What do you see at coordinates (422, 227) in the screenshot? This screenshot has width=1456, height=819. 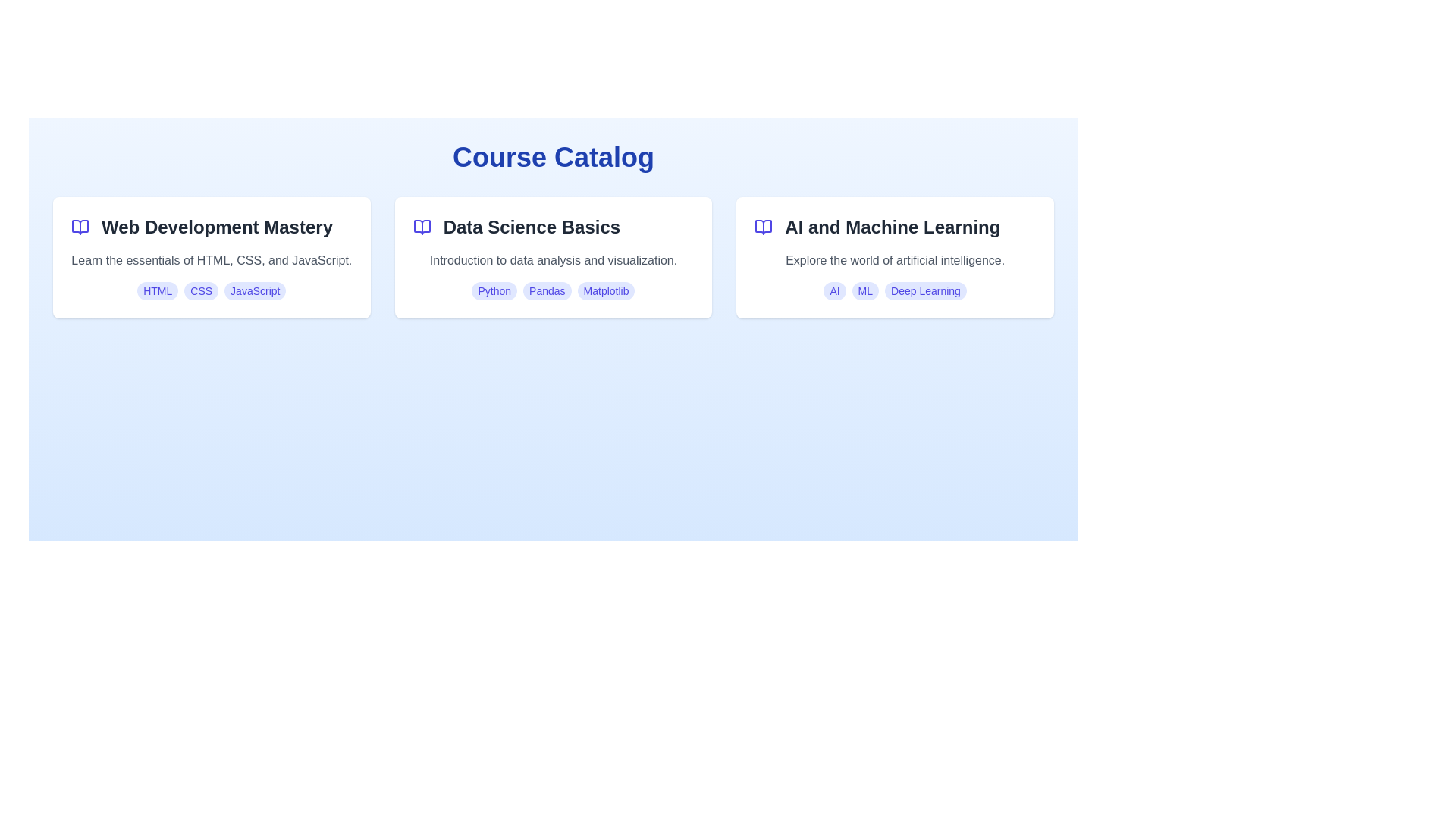 I see `the open book icon located within the 'Data Science Basics' card, positioned to the left of the title text 'Data Science Basics'` at bounding box center [422, 227].